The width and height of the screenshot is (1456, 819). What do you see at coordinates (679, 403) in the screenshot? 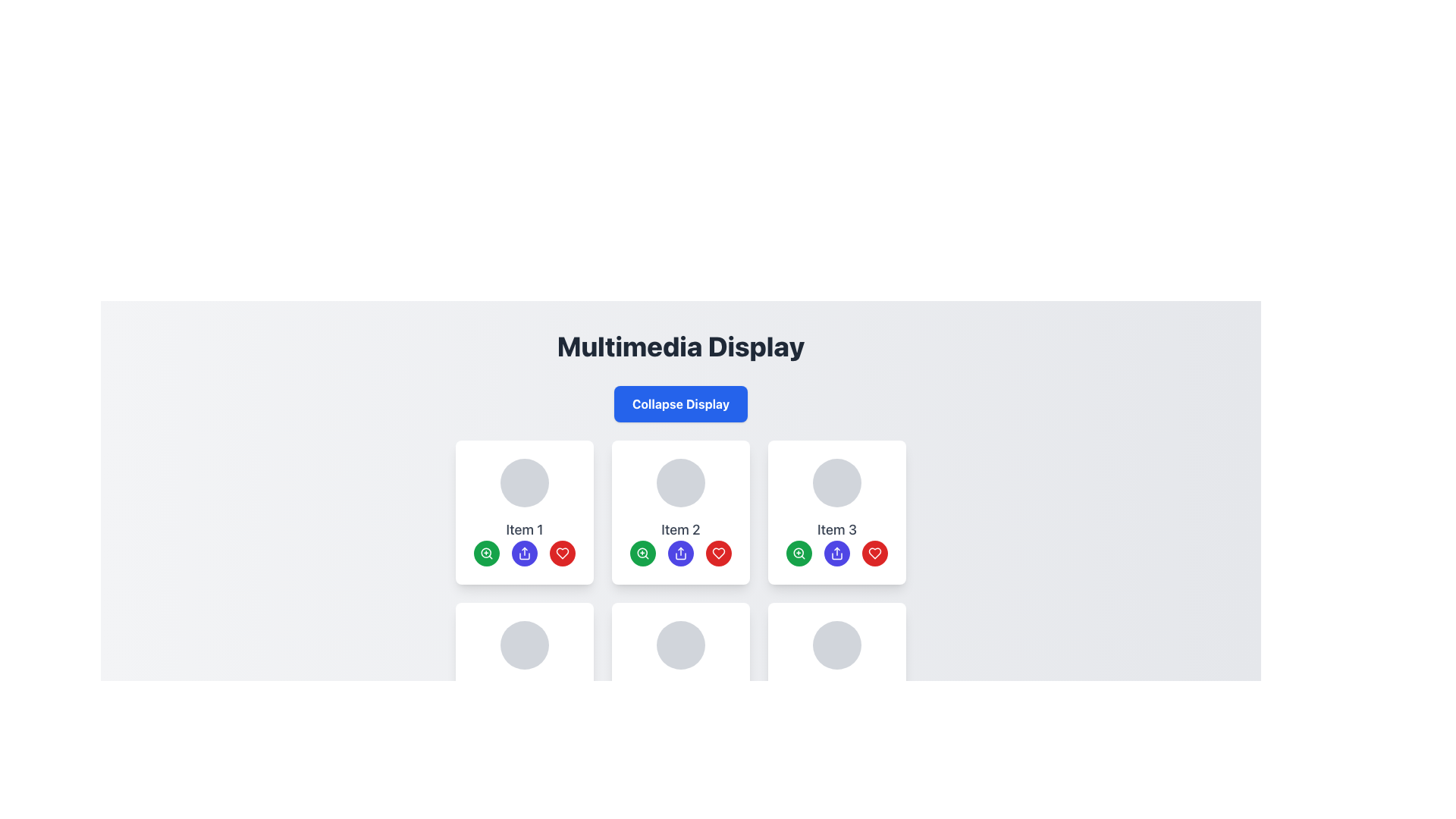
I see `the button that collapses or hides the multimedia display, located below the 'Multimedia Display' heading and above the item cards grid` at bounding box center [679, 403].